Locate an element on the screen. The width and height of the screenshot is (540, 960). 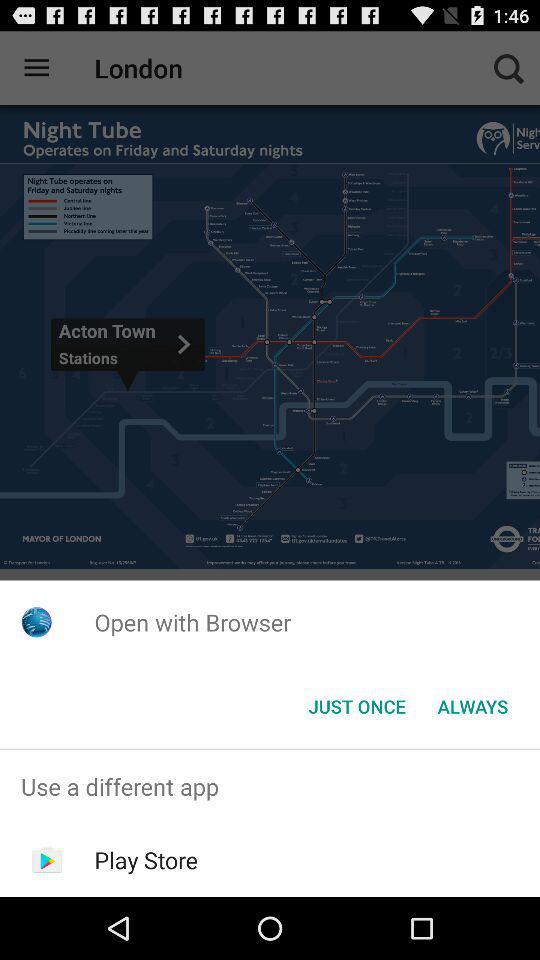
button to the left of the always icon is located at coordinates (356, 706).